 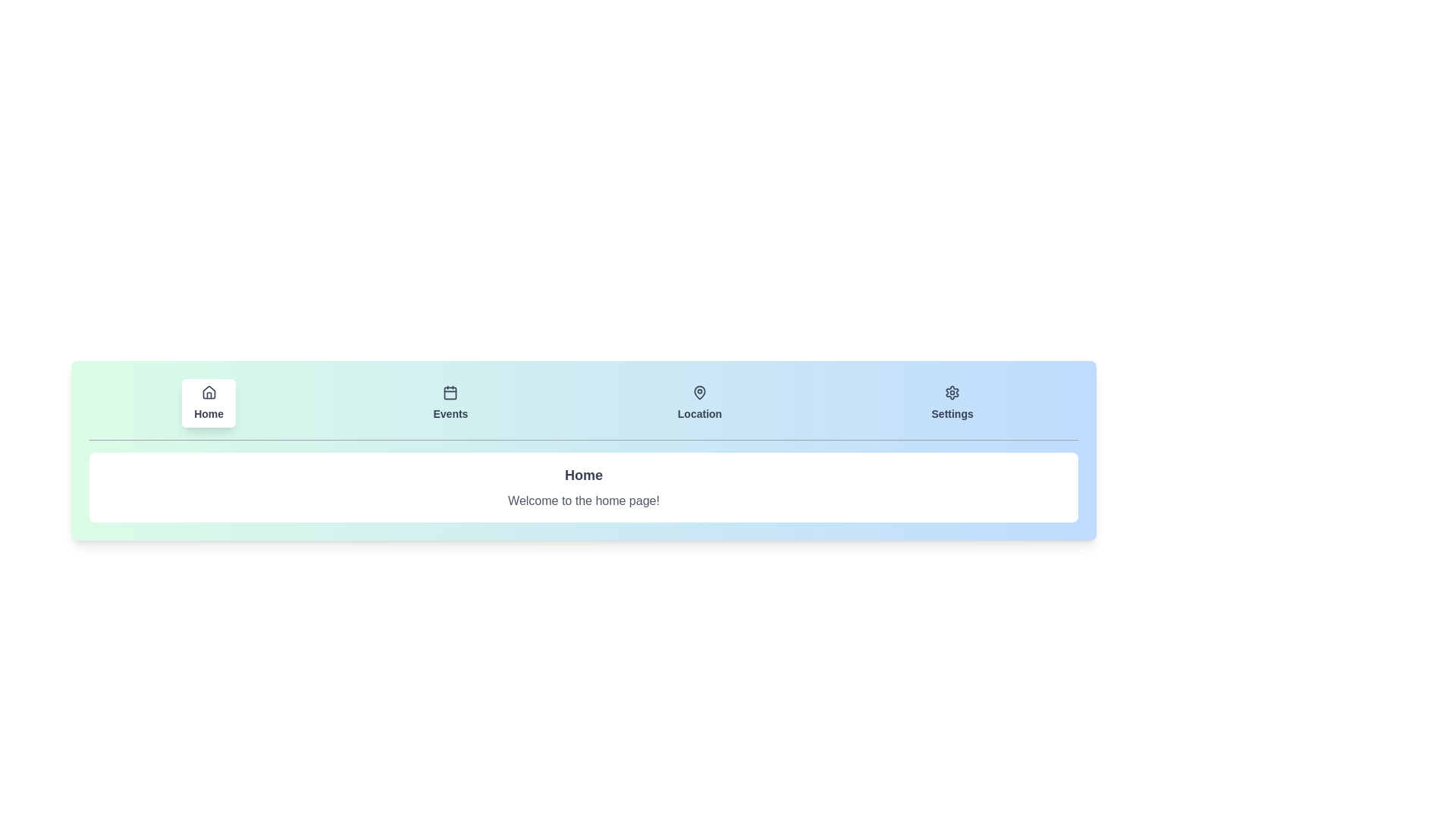 I want to click on the tab labeled Location to observe the visual feedback, so click(x=698, y=403).